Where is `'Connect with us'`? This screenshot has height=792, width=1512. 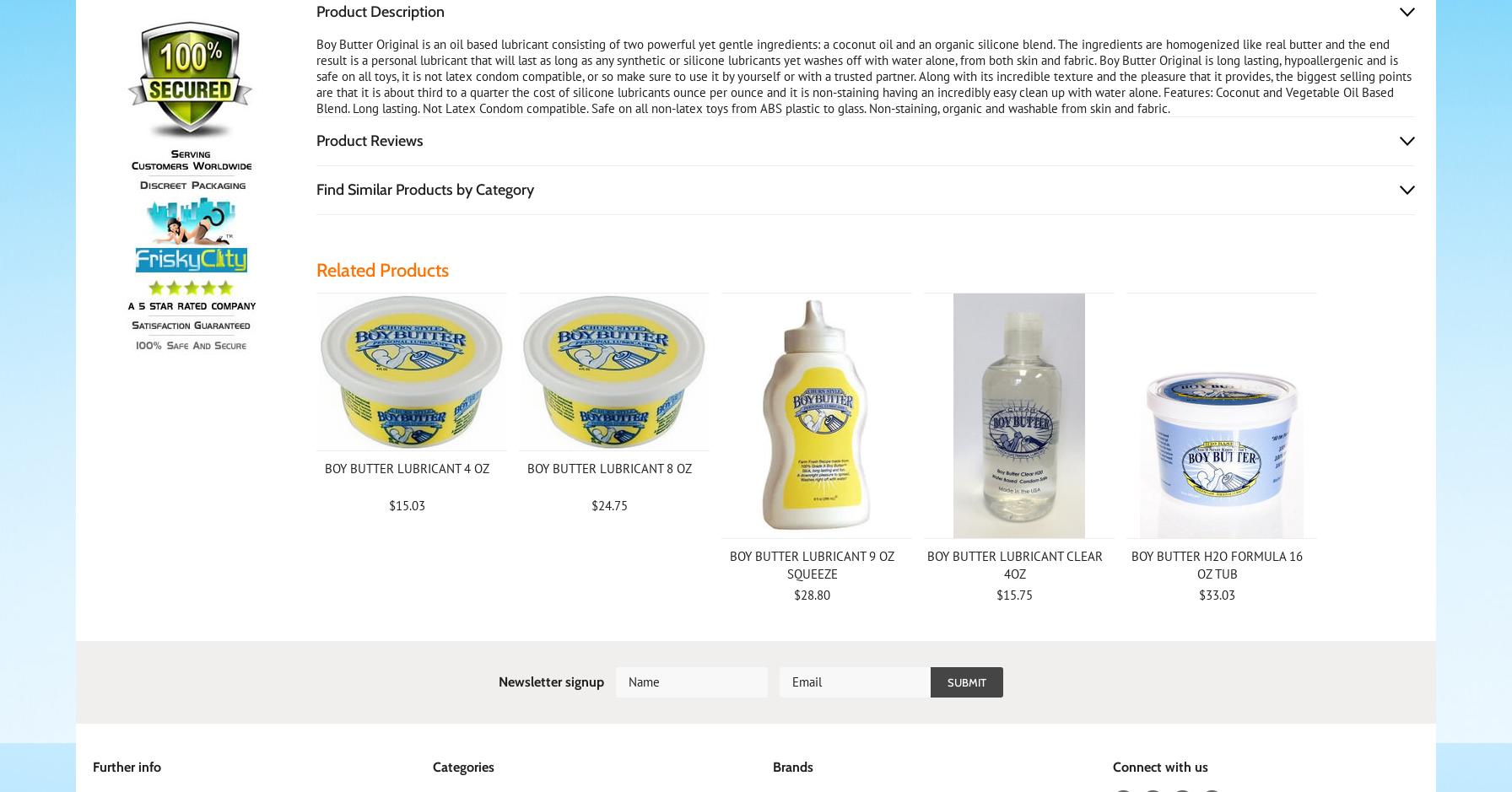 'Connect with us' is located at coordinates (1160, 766).